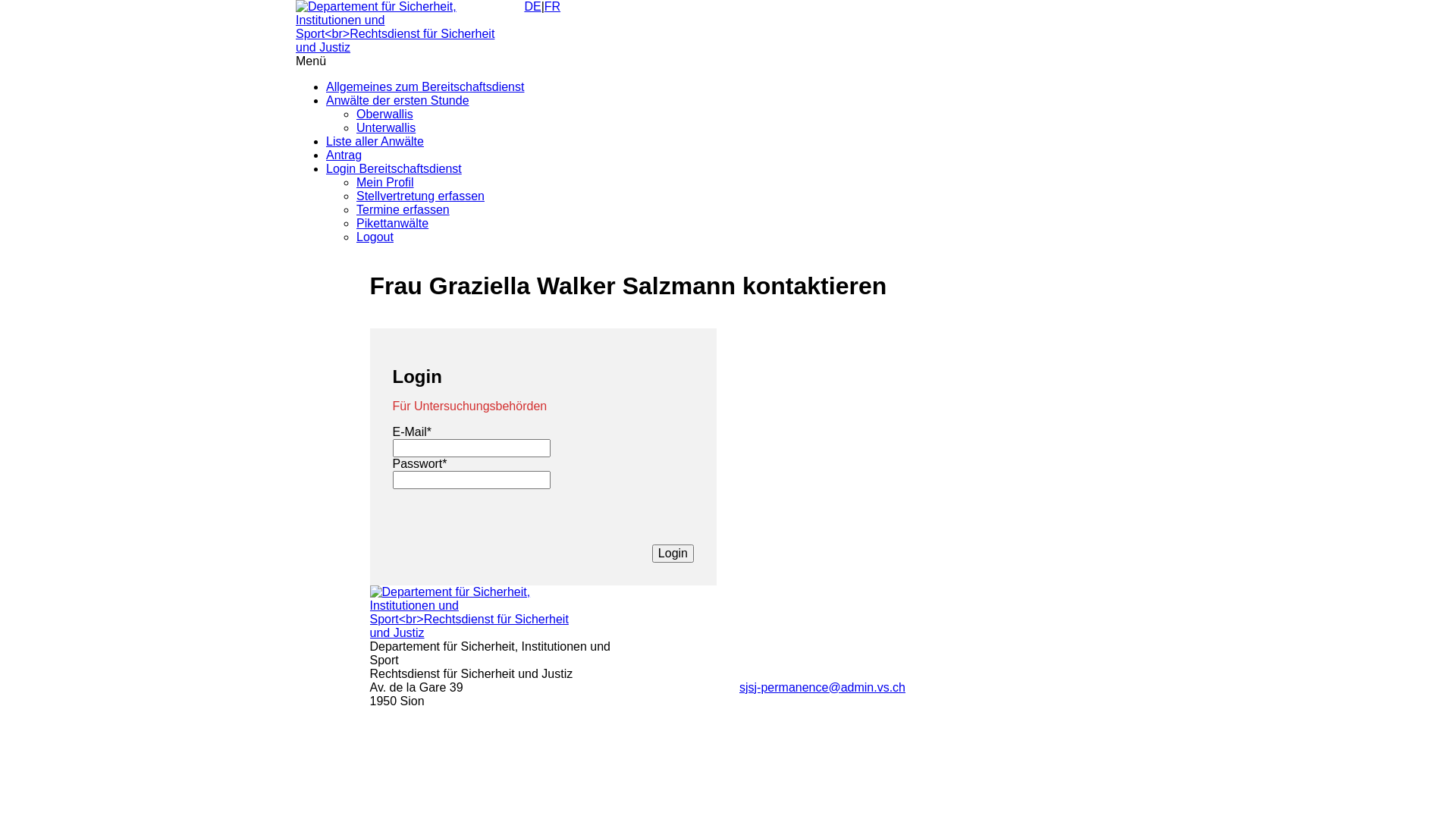  What do you see at coordinates (394, 168) in the screenshot?
I see `'Login Bereitschaftsdienst'` at bounding box center [394, 168].